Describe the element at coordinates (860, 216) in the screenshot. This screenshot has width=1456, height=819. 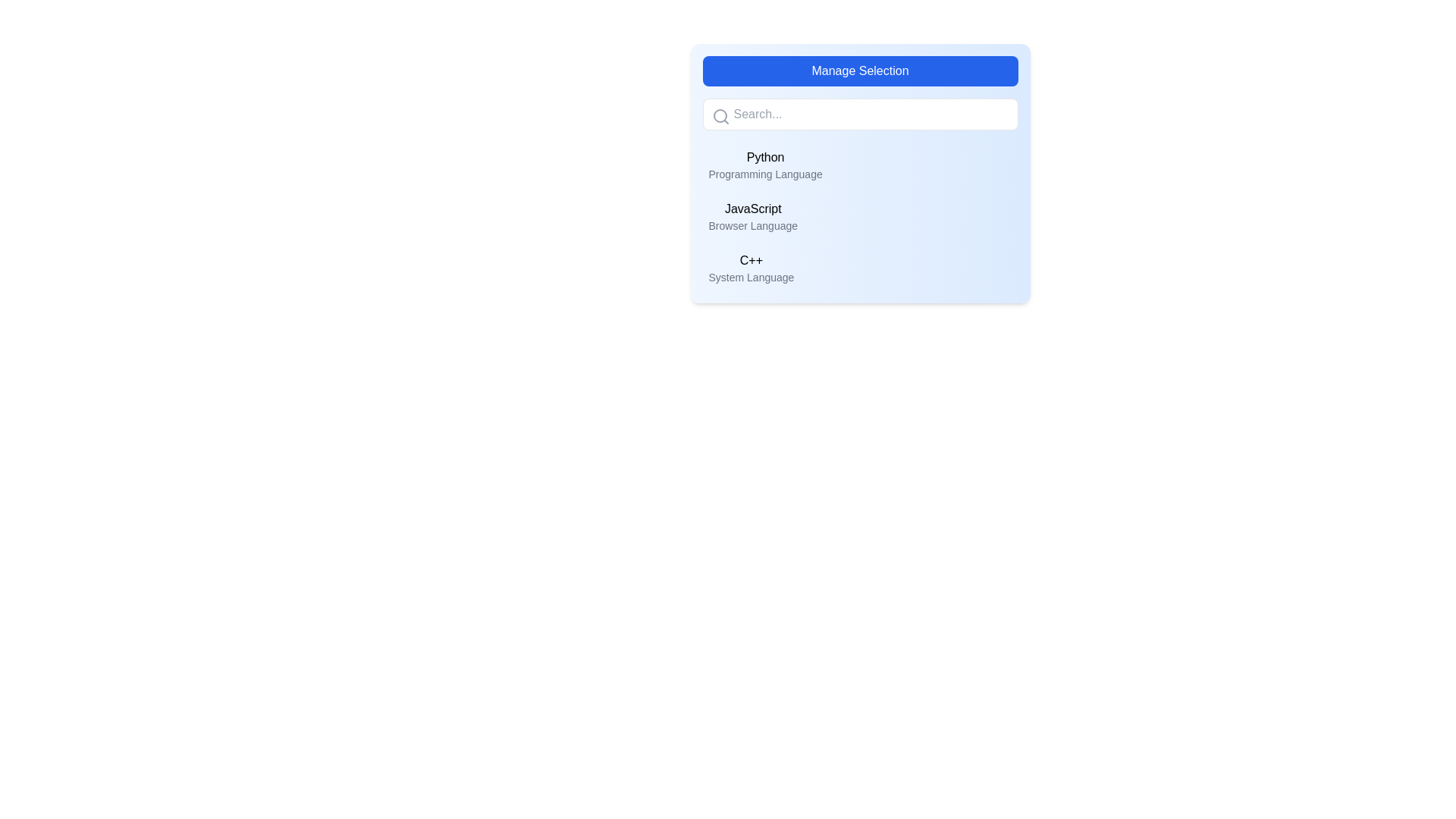
I see `the second item in the selectable list of programming languages, specifically the JavaScript option` at that location.